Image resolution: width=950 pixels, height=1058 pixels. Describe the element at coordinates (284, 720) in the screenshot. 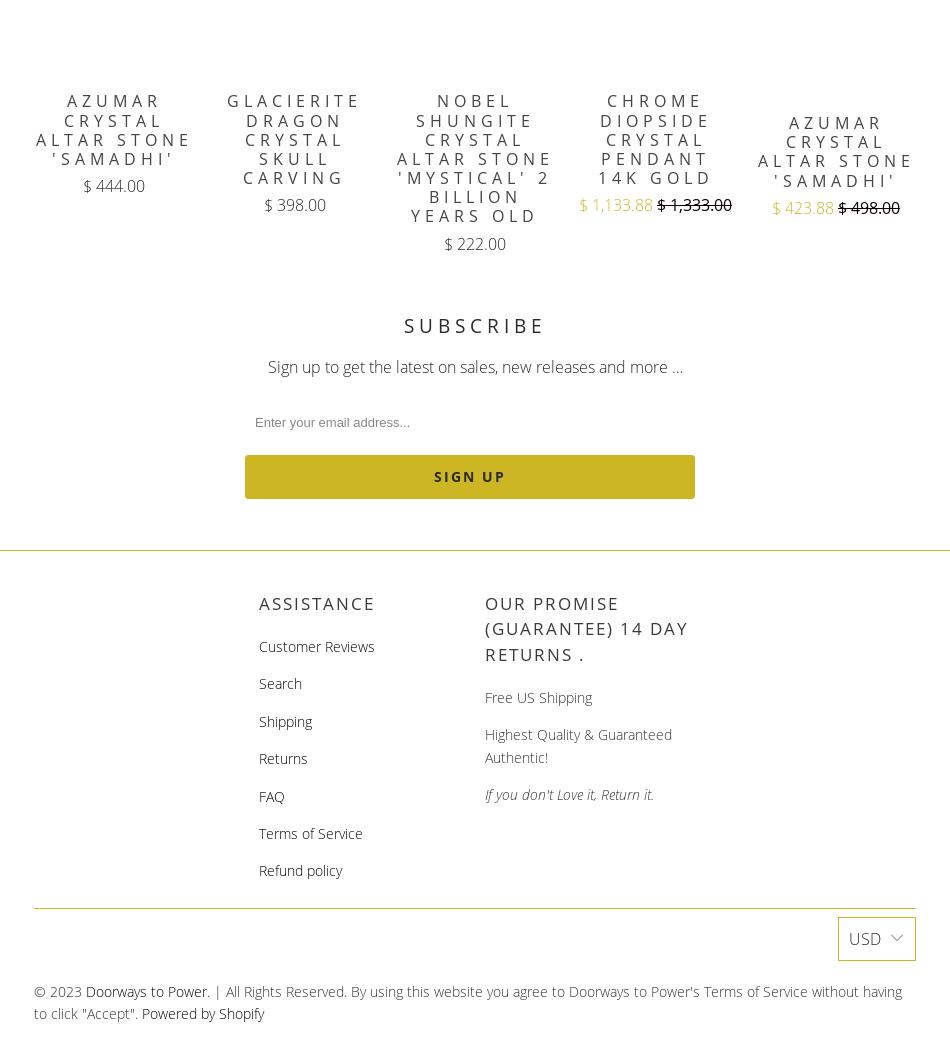

I see `'Shipping'` at that location.